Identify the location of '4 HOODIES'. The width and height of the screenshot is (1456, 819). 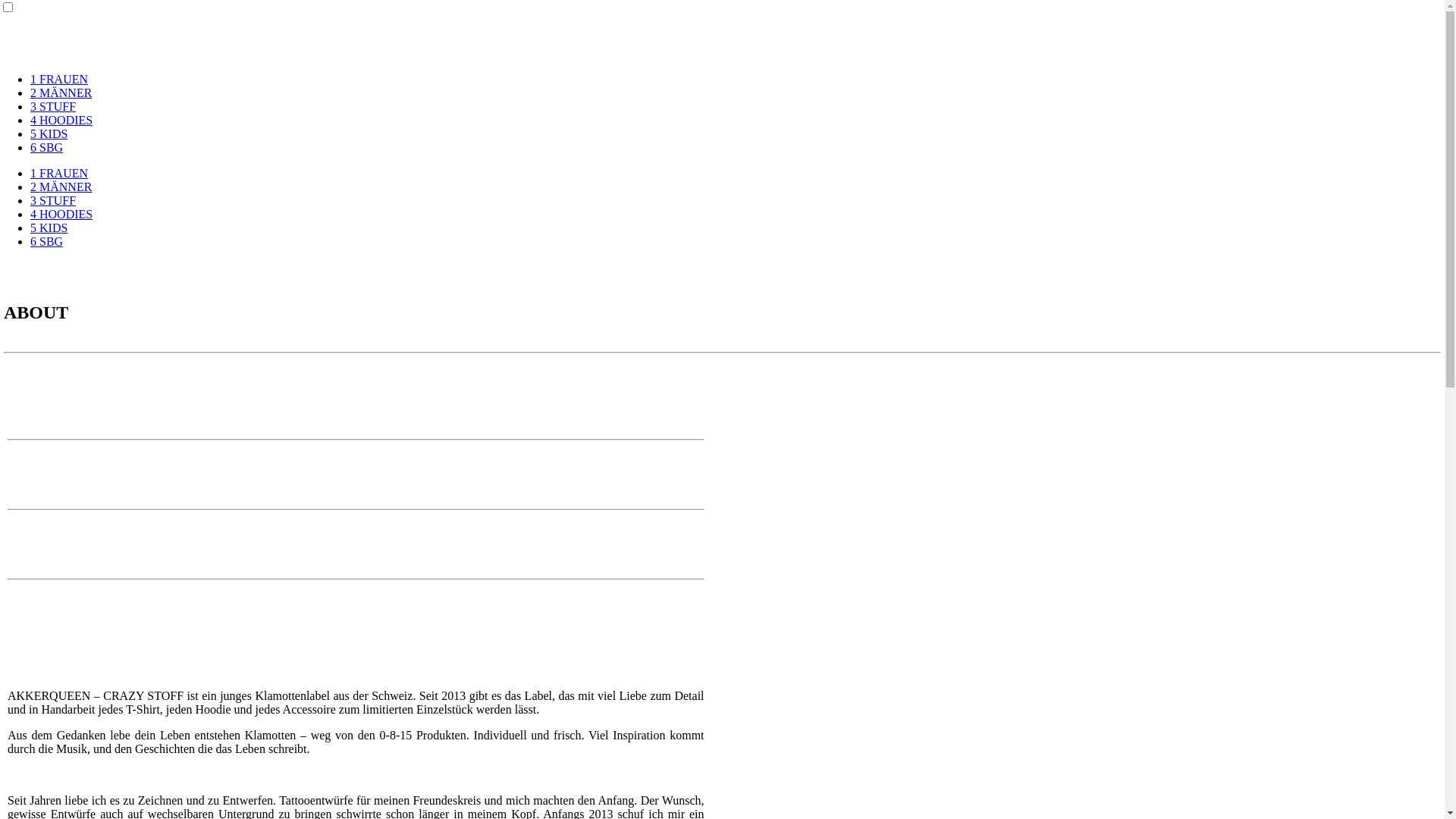
(61, 214).